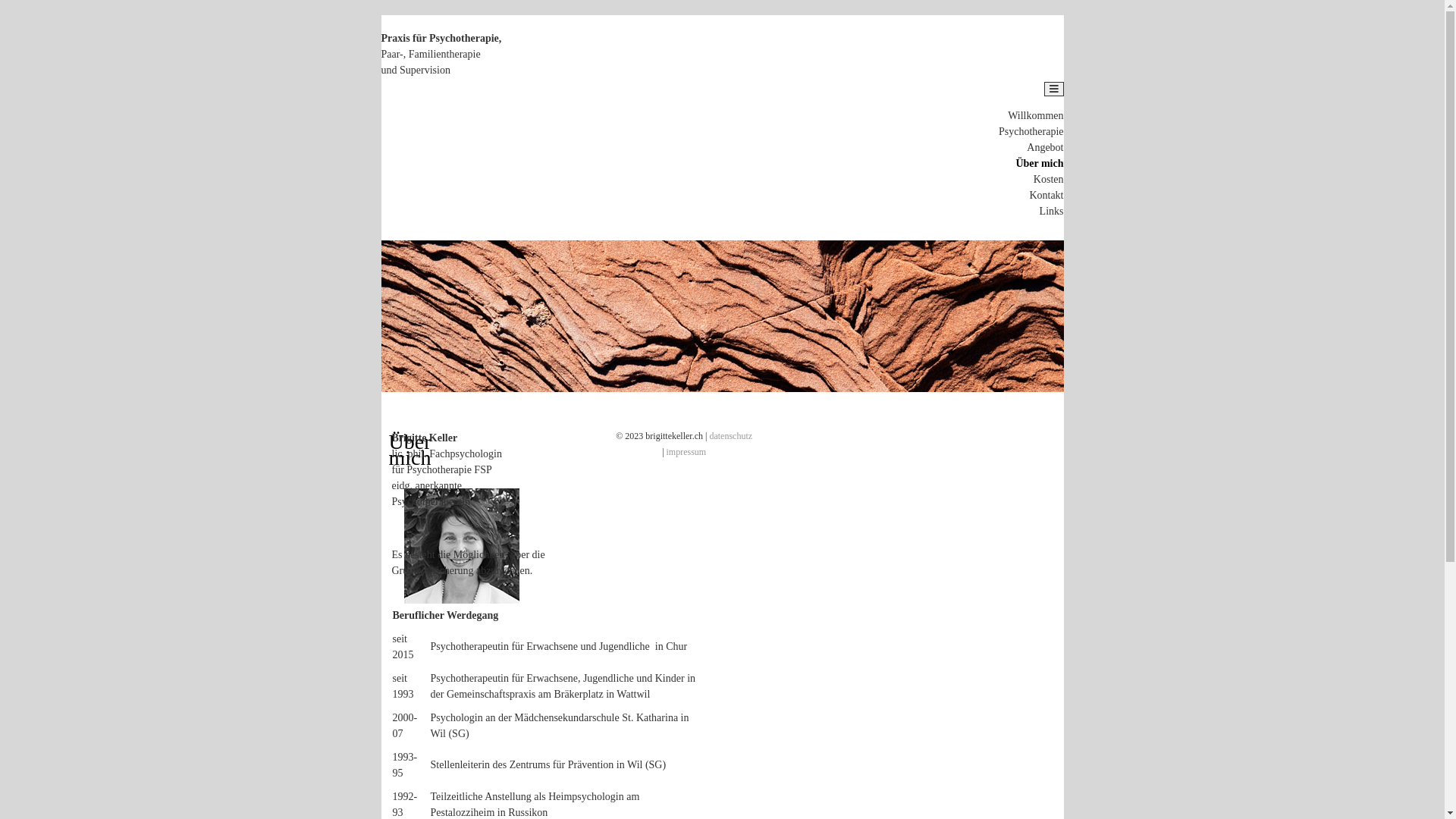 The image size is (1456, 819). What do you see at coordinates (666, 451) in the screenshot?
I see `'impressum'` at bounding box center [666, 451].